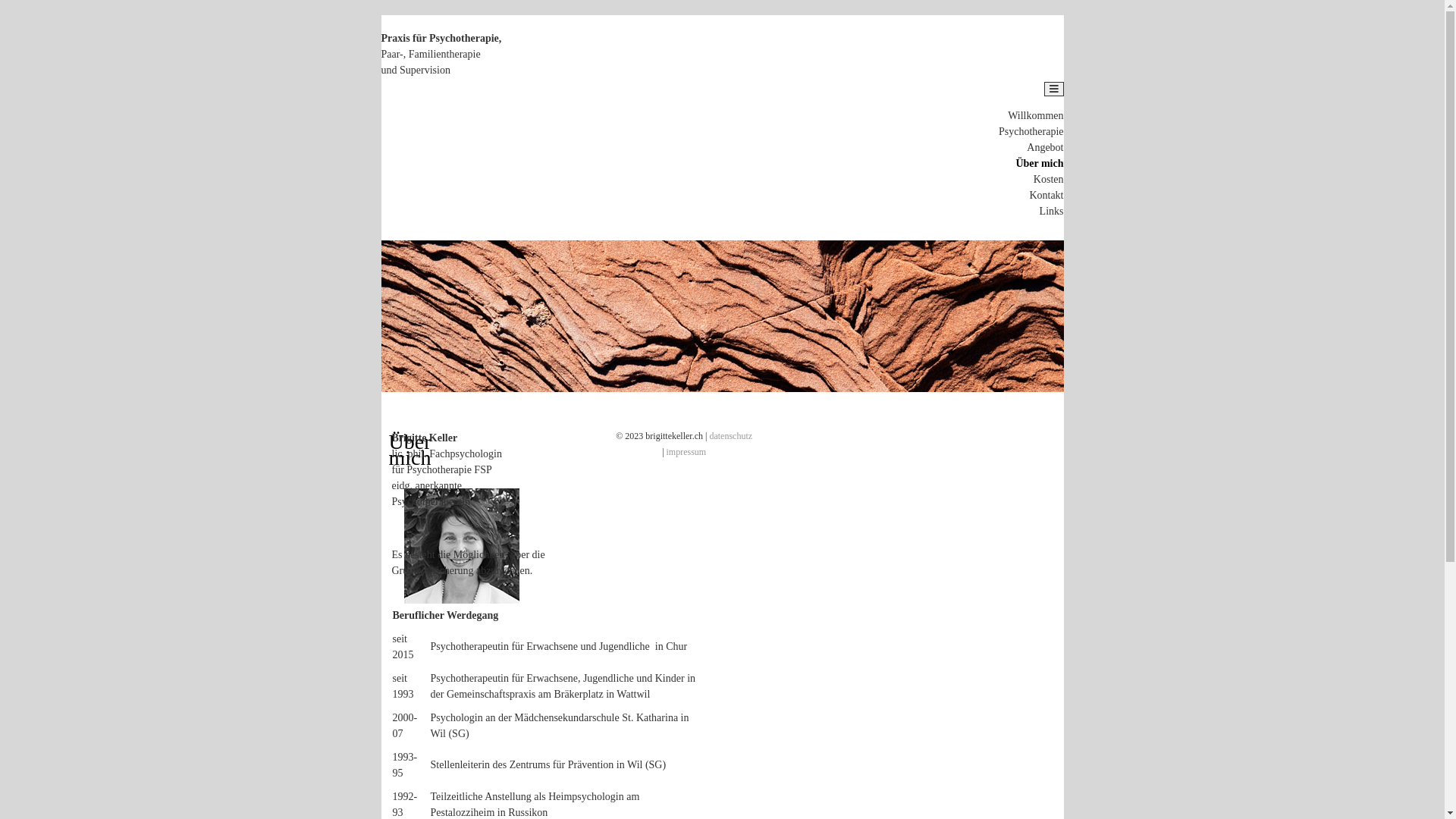 The image size is (1456, 819). What do you see at coordinates (666, 451) in the screenshot?
I see `'impressum'` at bounding box center [666, 451].